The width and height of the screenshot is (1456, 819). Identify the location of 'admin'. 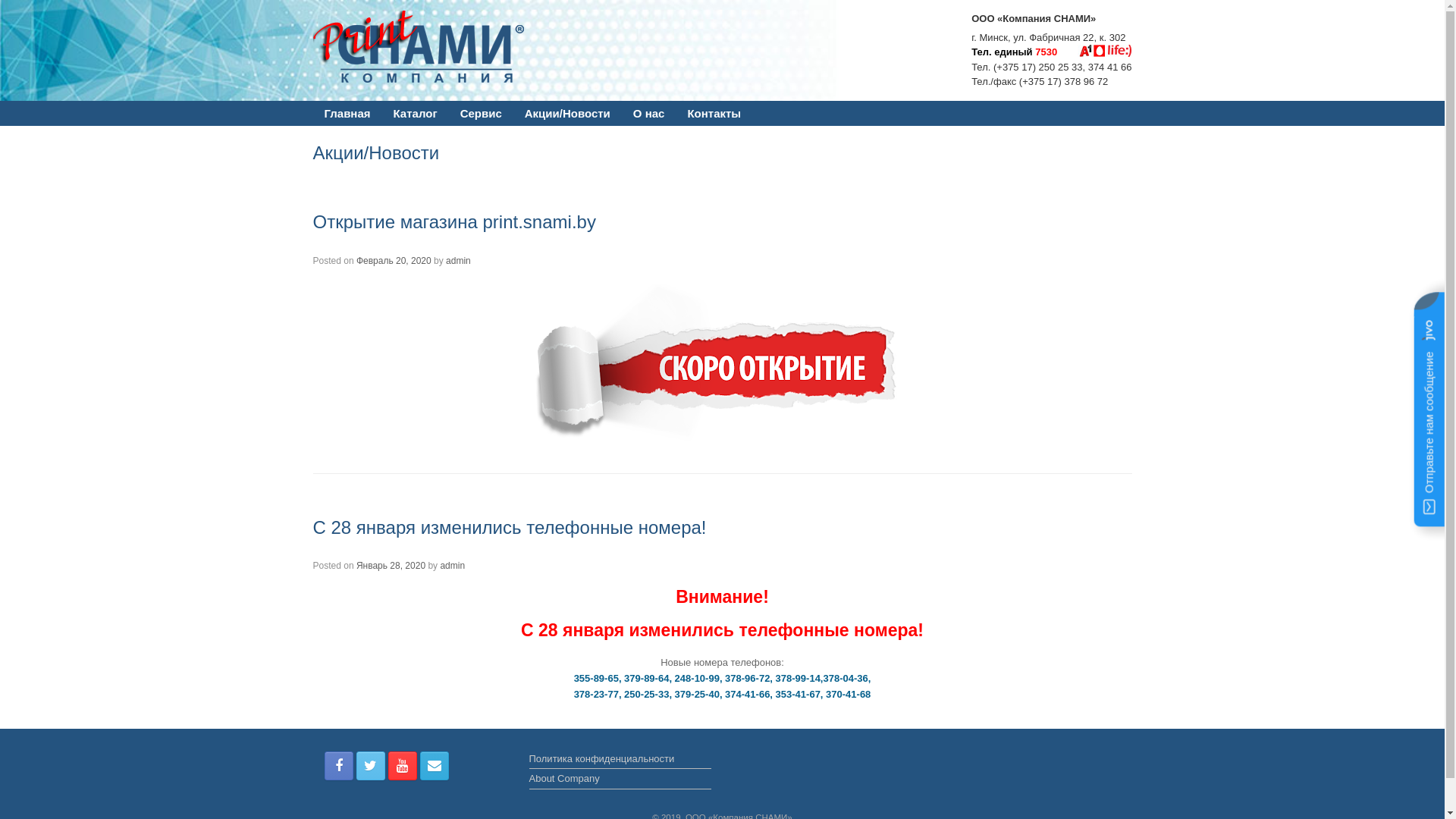
(451, 565).